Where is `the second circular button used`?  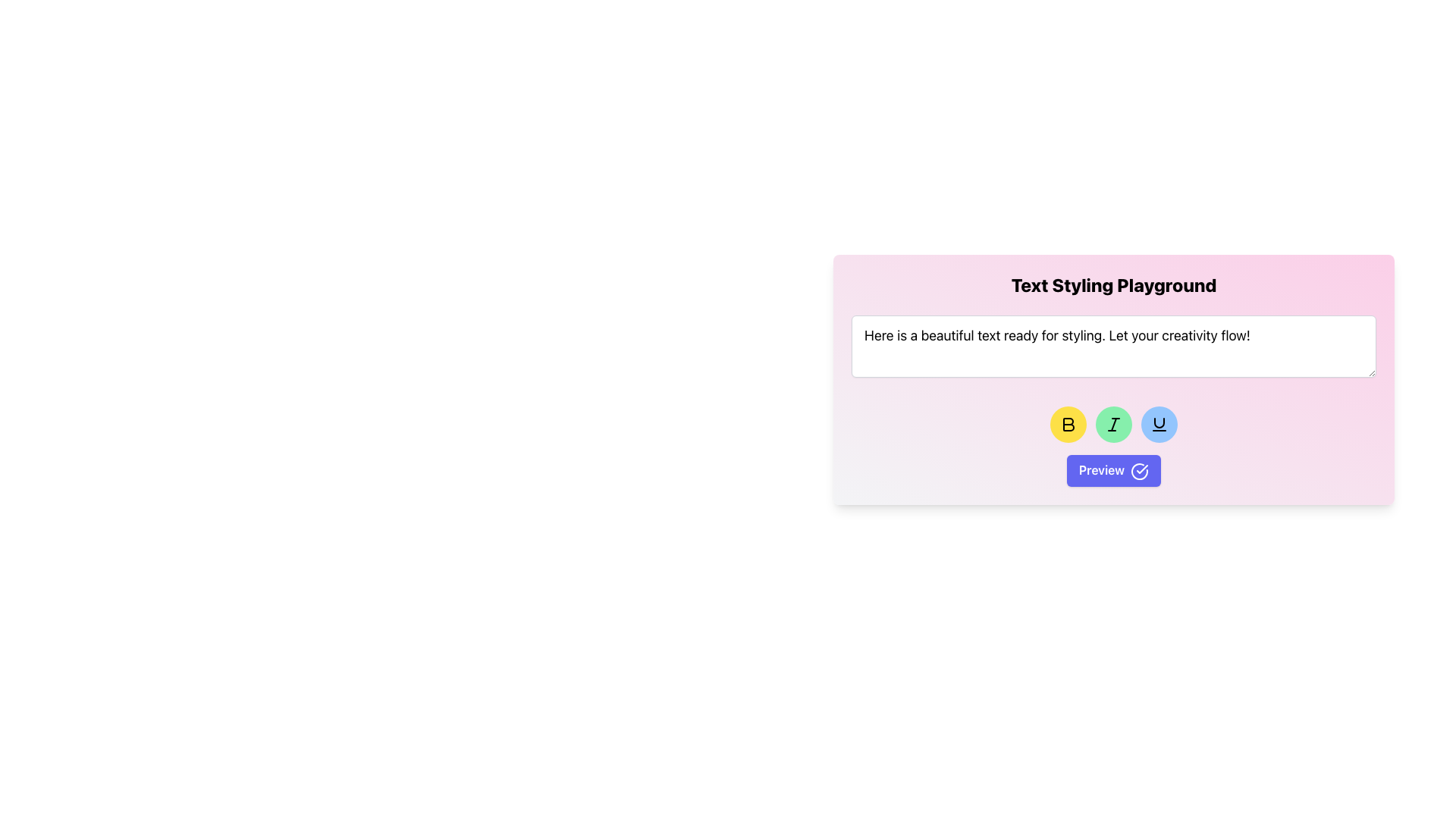 the second circular button used is located at coordinates (1113, 424).